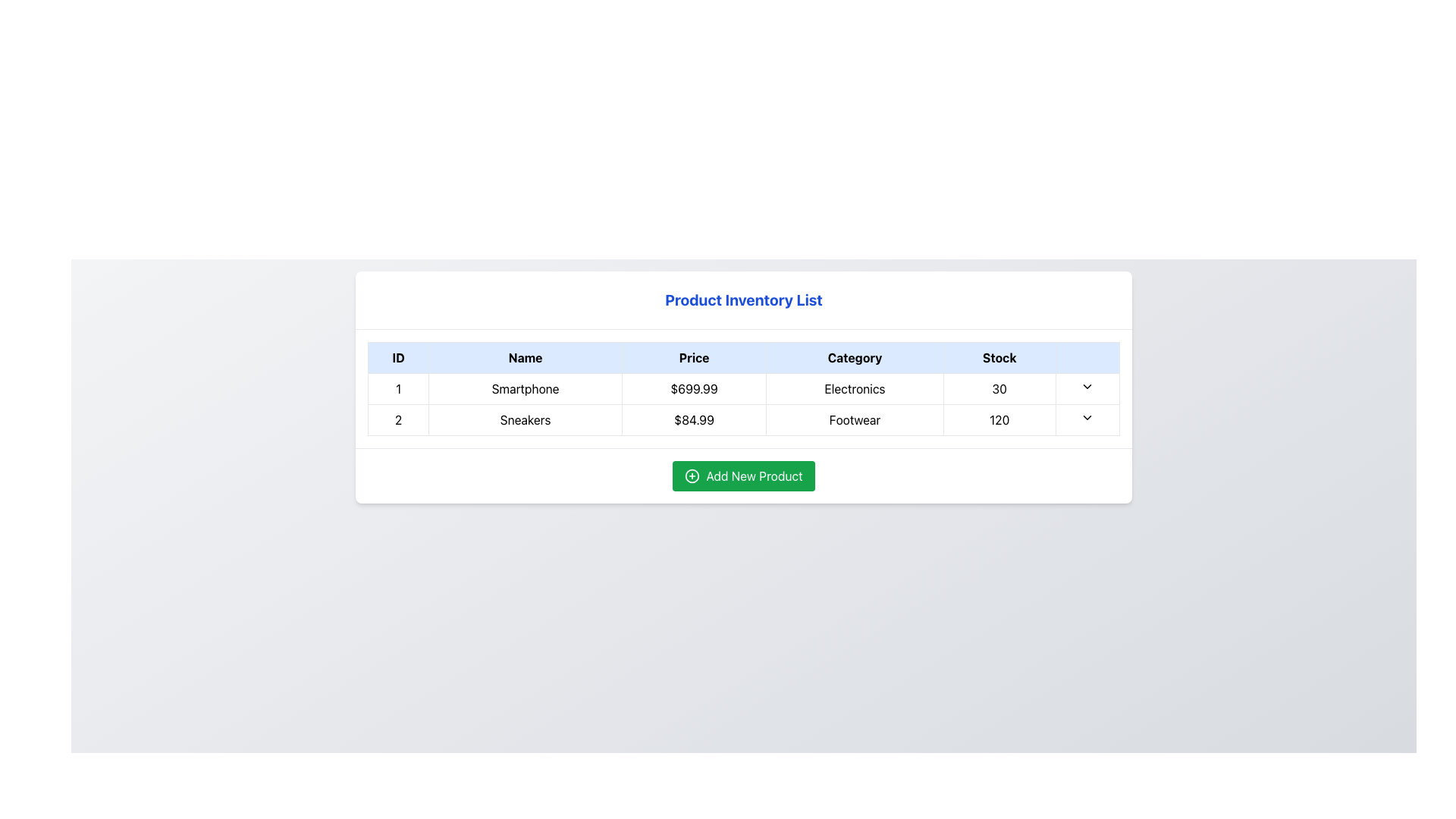 The height and width of the screenshot is (819, 1456). I want to click on the 'Stock' column header text label located in the fifth column of the table header, positioned towards the right side of the table, so click(999, 357).